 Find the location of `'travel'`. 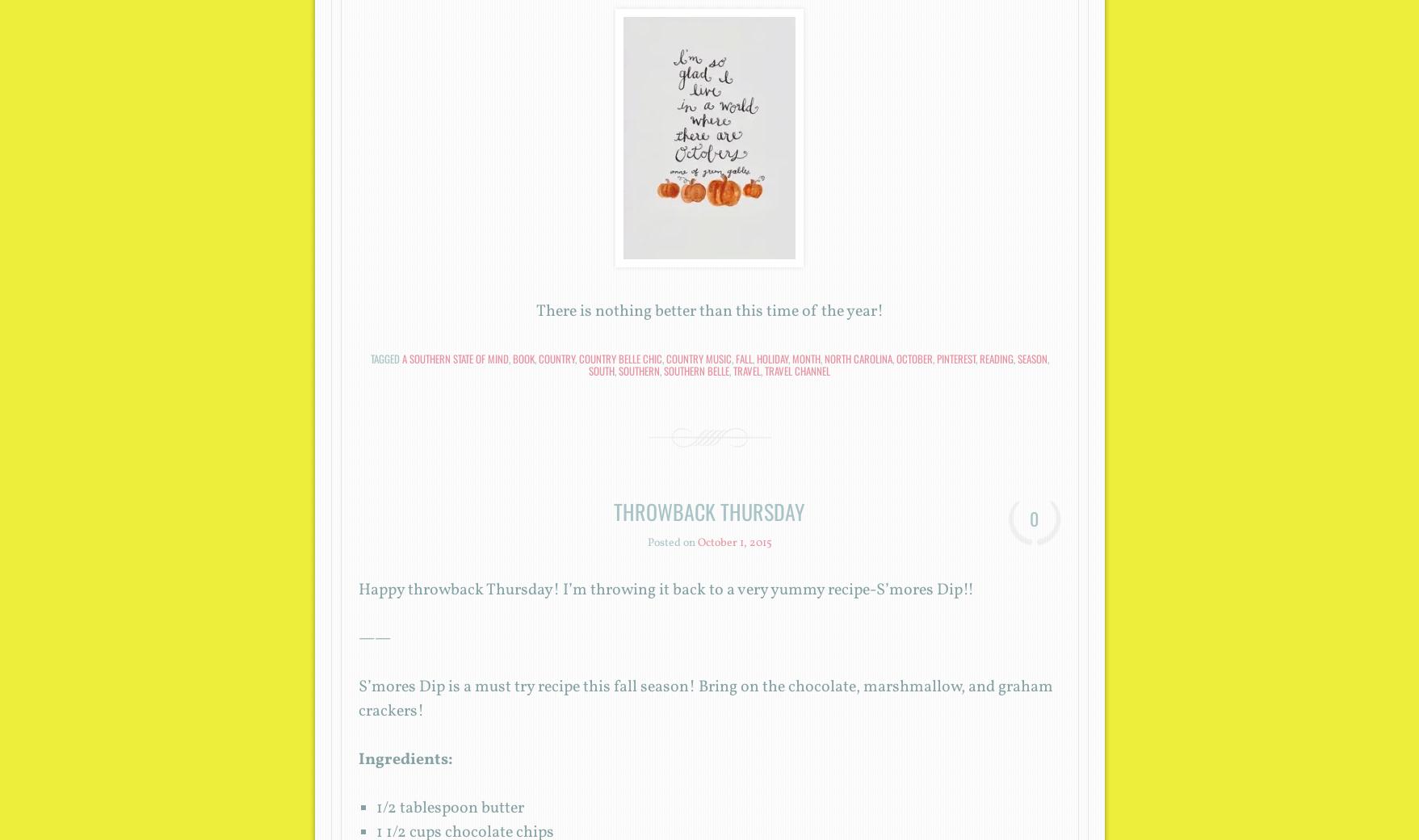

'travel' is located at coordinates (746, 370).